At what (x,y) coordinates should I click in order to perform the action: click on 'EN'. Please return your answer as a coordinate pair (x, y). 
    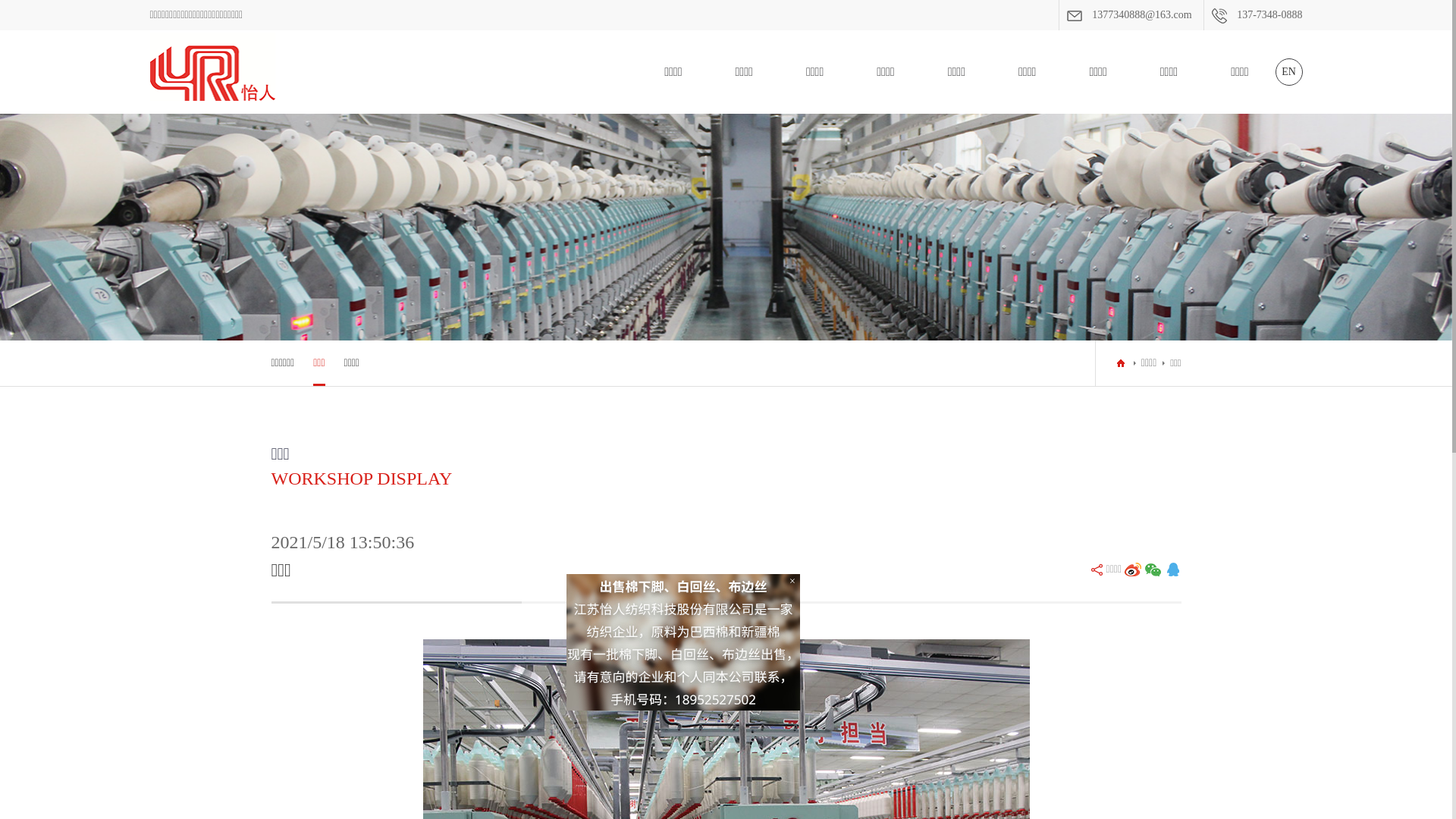
    Looking at the image, I should click on (1288, 72).